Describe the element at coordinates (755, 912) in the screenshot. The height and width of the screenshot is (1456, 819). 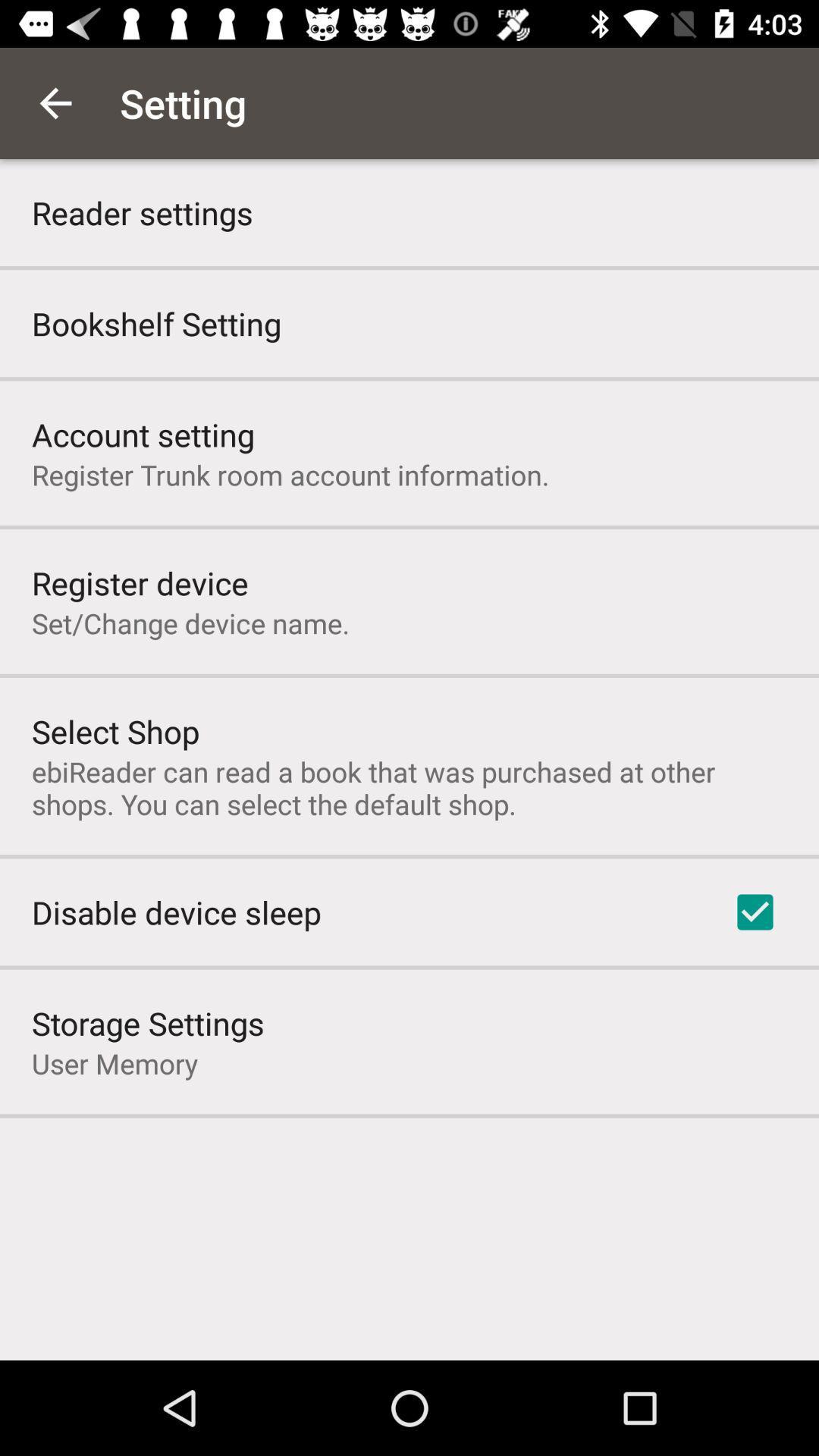
I see `the icon on the right` at that location.